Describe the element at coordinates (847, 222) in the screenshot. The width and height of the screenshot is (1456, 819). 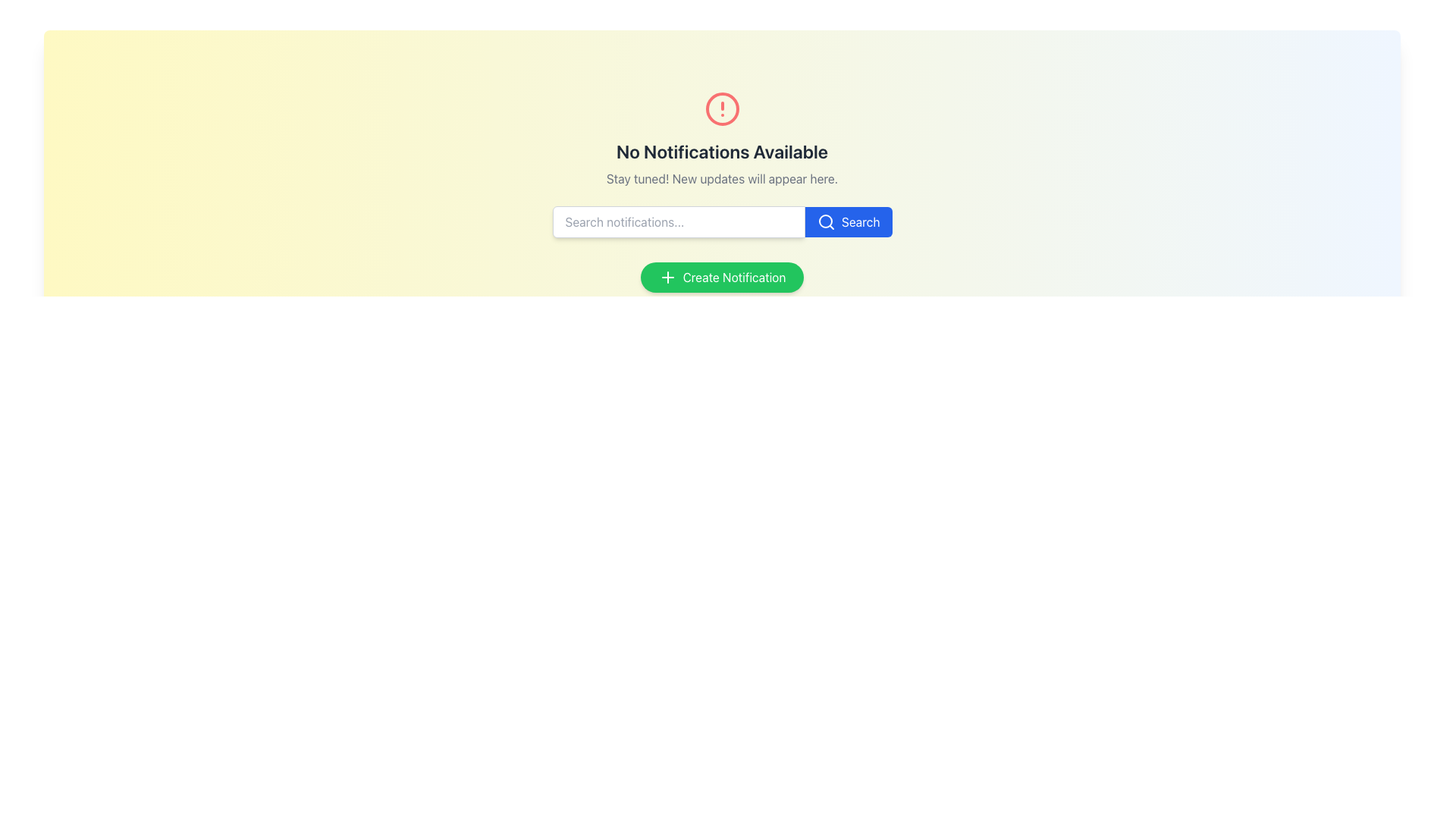
I see `the search button located directly below the 'No Notifications Available' heading to initiate the search action` at that location.